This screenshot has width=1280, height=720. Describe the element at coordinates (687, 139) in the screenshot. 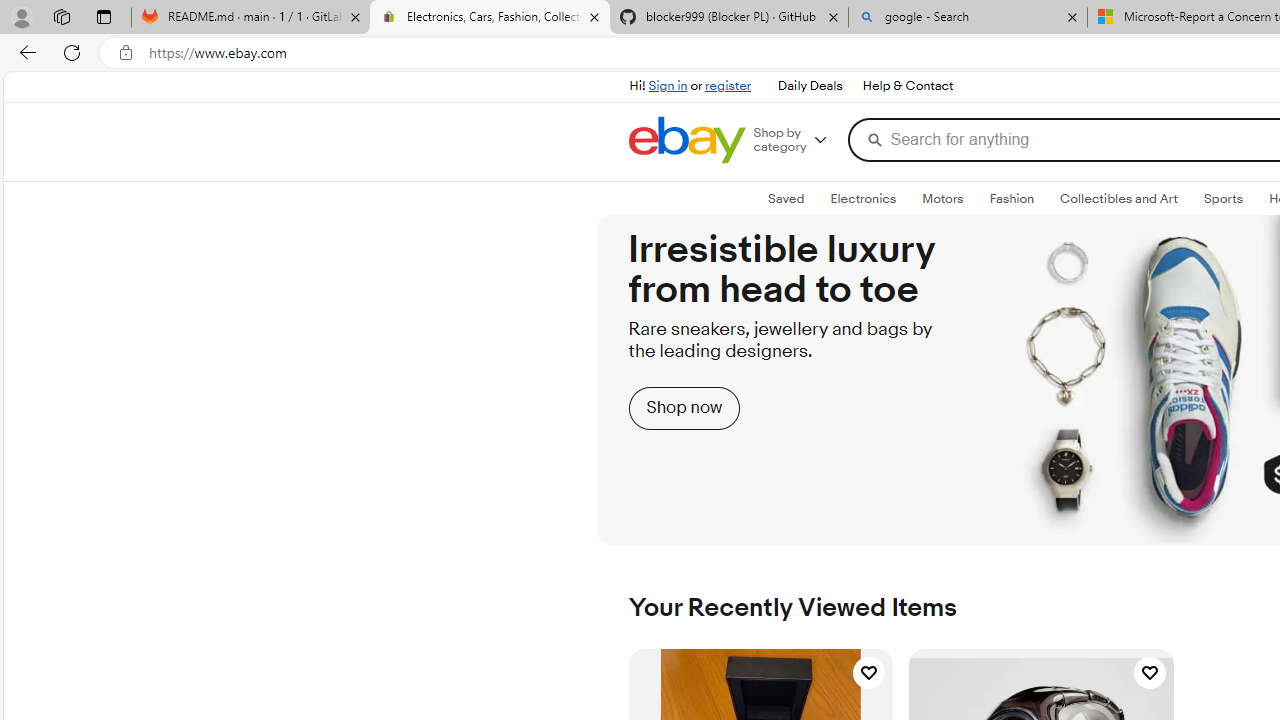

I see `'eBay Home'` at that location.